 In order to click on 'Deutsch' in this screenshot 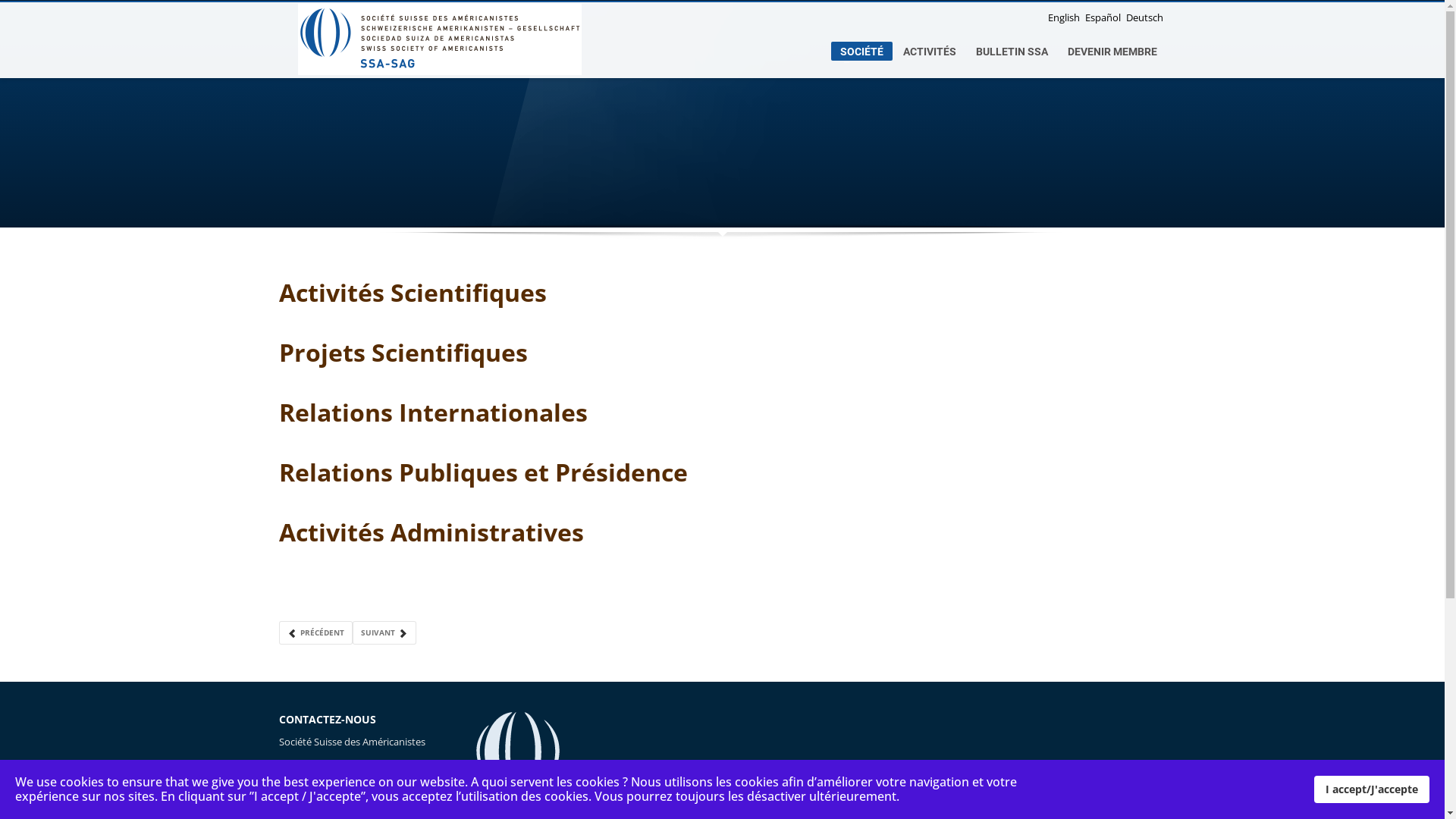, I will do `click(1144, 17)`.